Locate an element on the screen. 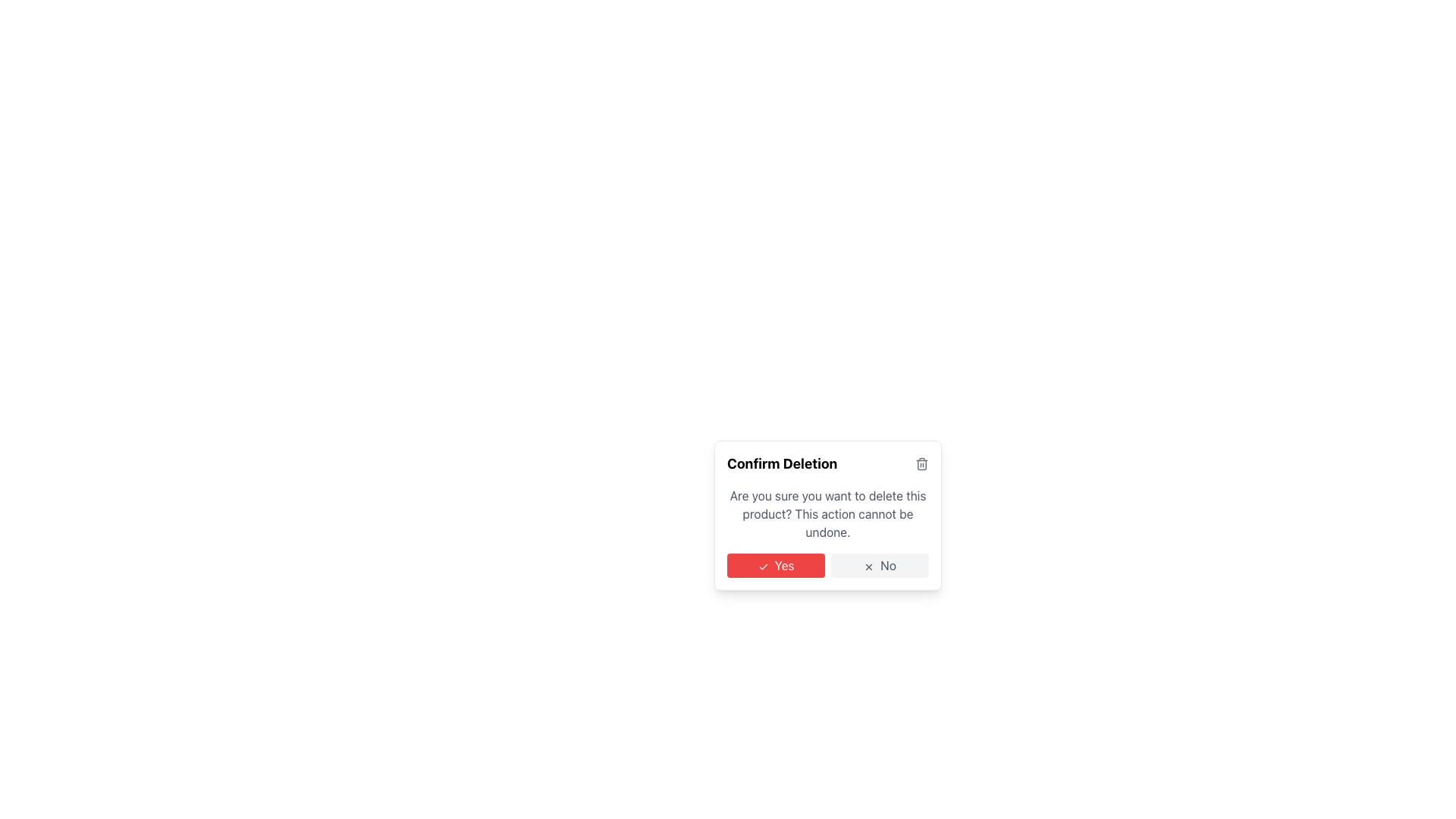  the 'Yes' button with a bold red background and white text is located at coordinates (776, 565).